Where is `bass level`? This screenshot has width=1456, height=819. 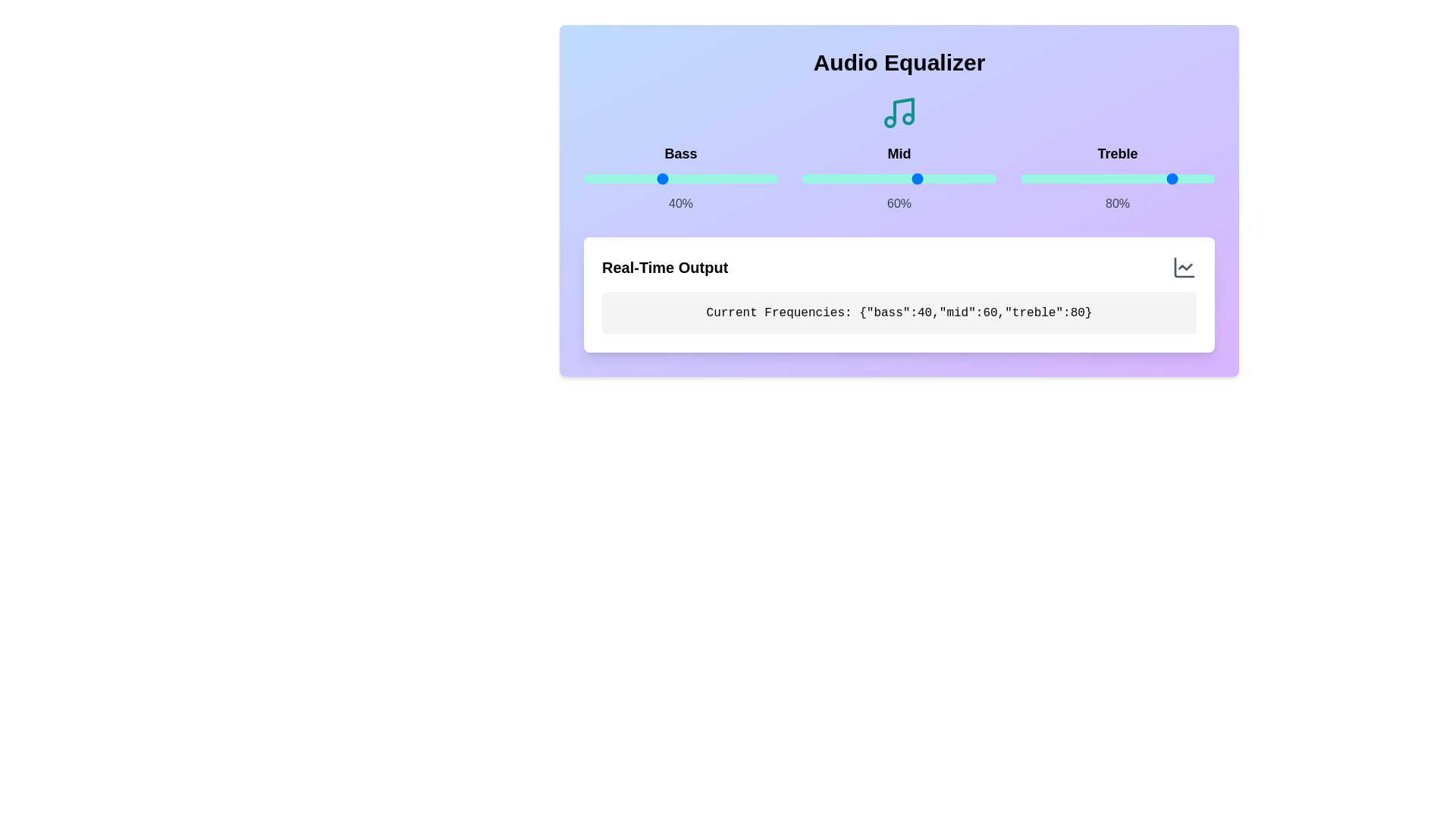 bass level is located at coordinates (591, 177).